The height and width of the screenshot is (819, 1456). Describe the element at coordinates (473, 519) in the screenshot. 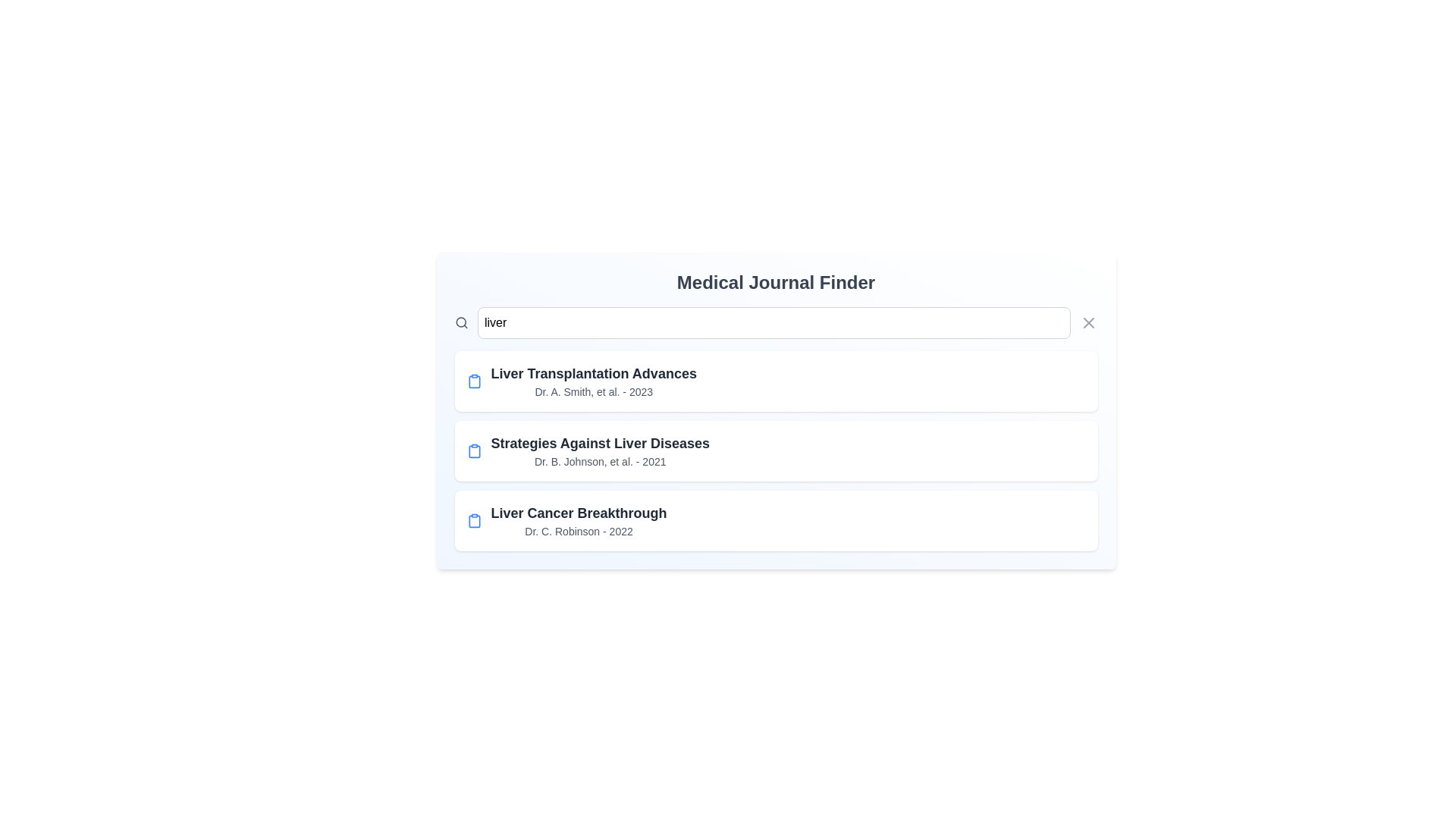

I see `the clipboard icon, which is styled in blue and located to the left of the text 'Liver Cancer Breakthrough' by Dr. C. Robinson` at that location.